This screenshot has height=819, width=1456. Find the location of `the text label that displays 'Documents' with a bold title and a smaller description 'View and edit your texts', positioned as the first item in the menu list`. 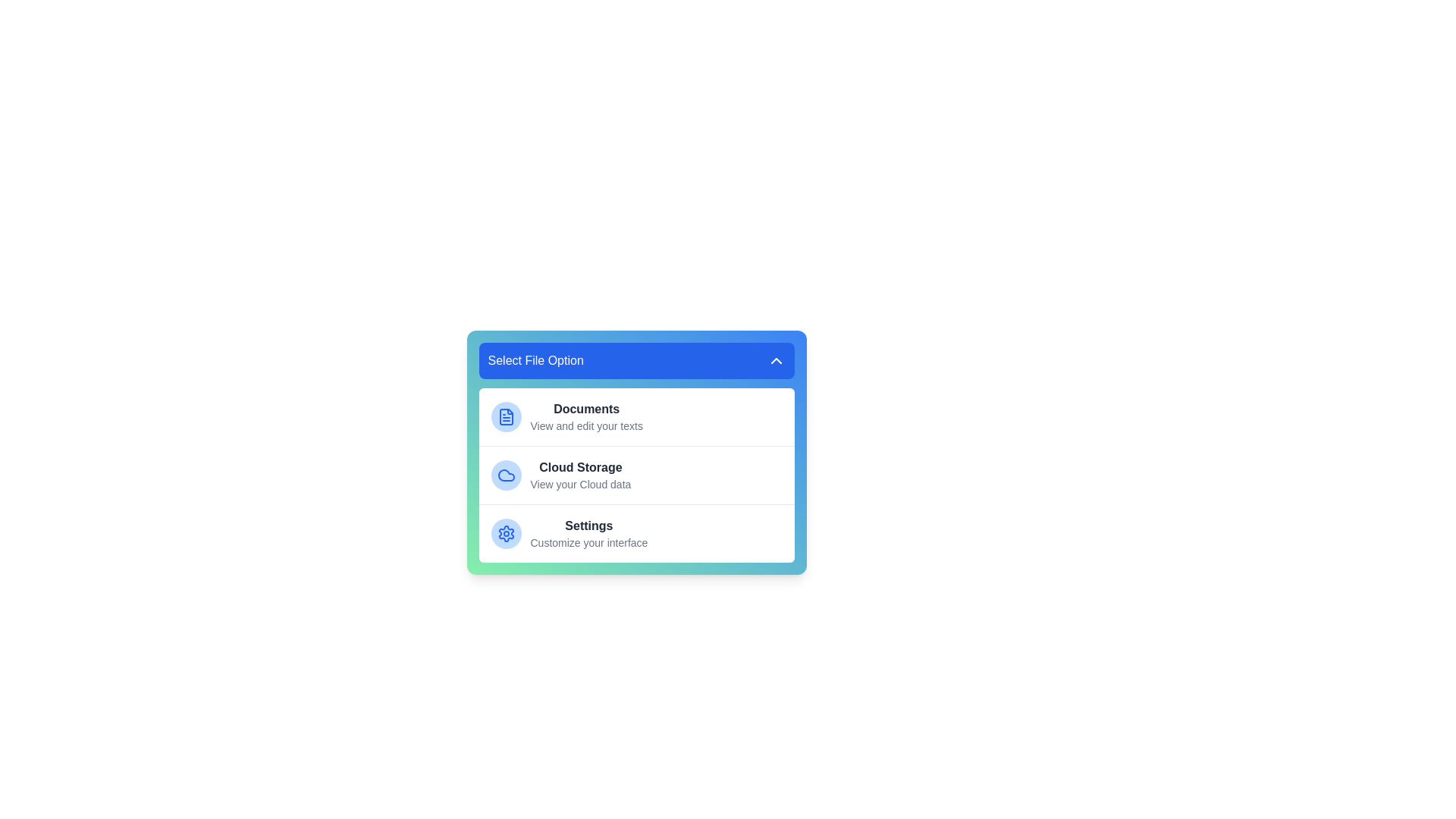

the text label that displays 'Documents' with a bold title and a smaller description 'View and edit your texts', positioned as the first item in the menu list is located at coordinates (585, 417).